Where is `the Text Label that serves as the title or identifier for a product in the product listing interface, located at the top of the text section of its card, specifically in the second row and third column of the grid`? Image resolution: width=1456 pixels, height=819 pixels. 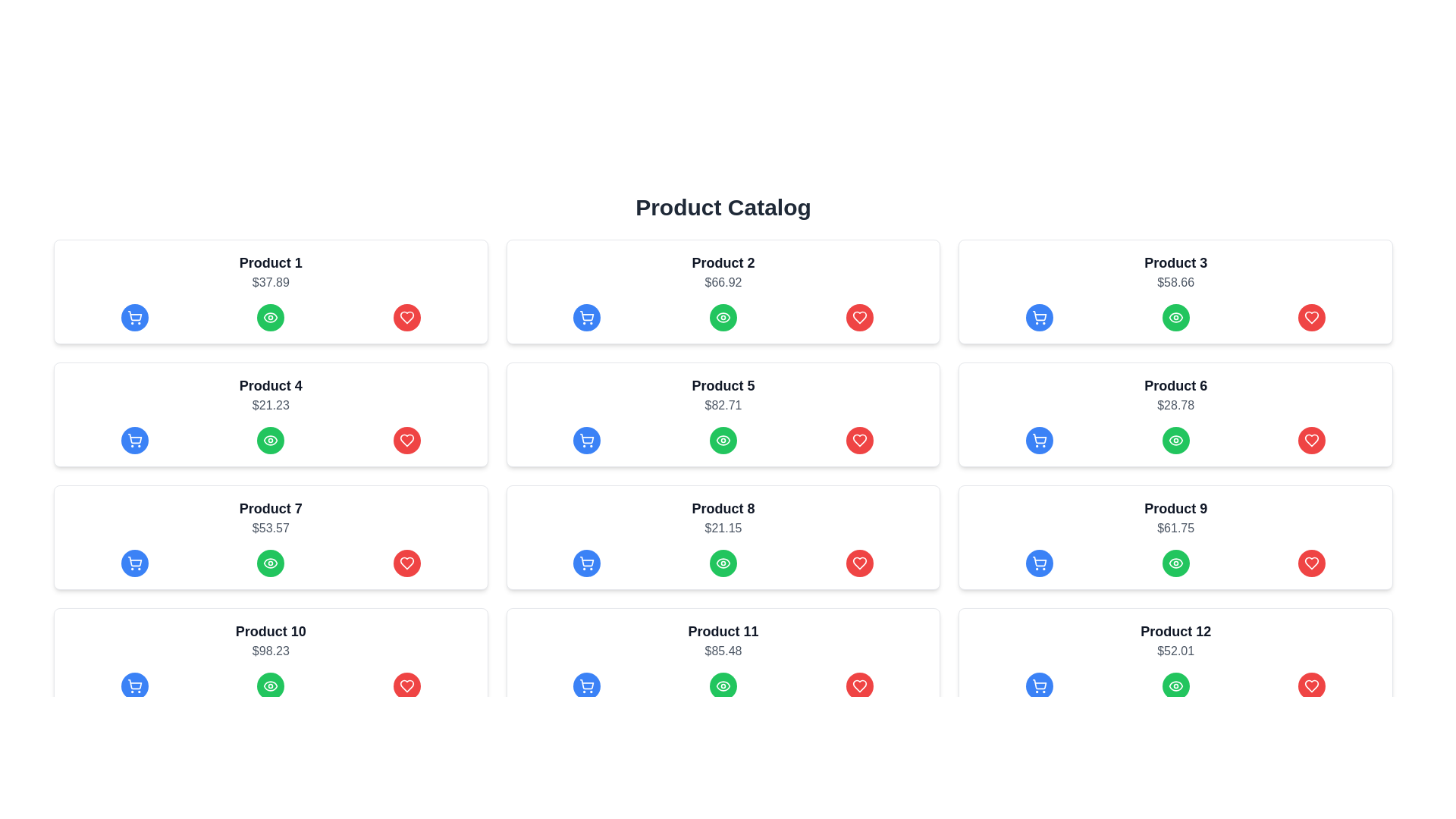
the Text Label that serves as the title or identifier for a product in the product listing interface, located at the top of the text section of its card, specifically in the second row and third column of the grid is located at coordinates (1175, 385).